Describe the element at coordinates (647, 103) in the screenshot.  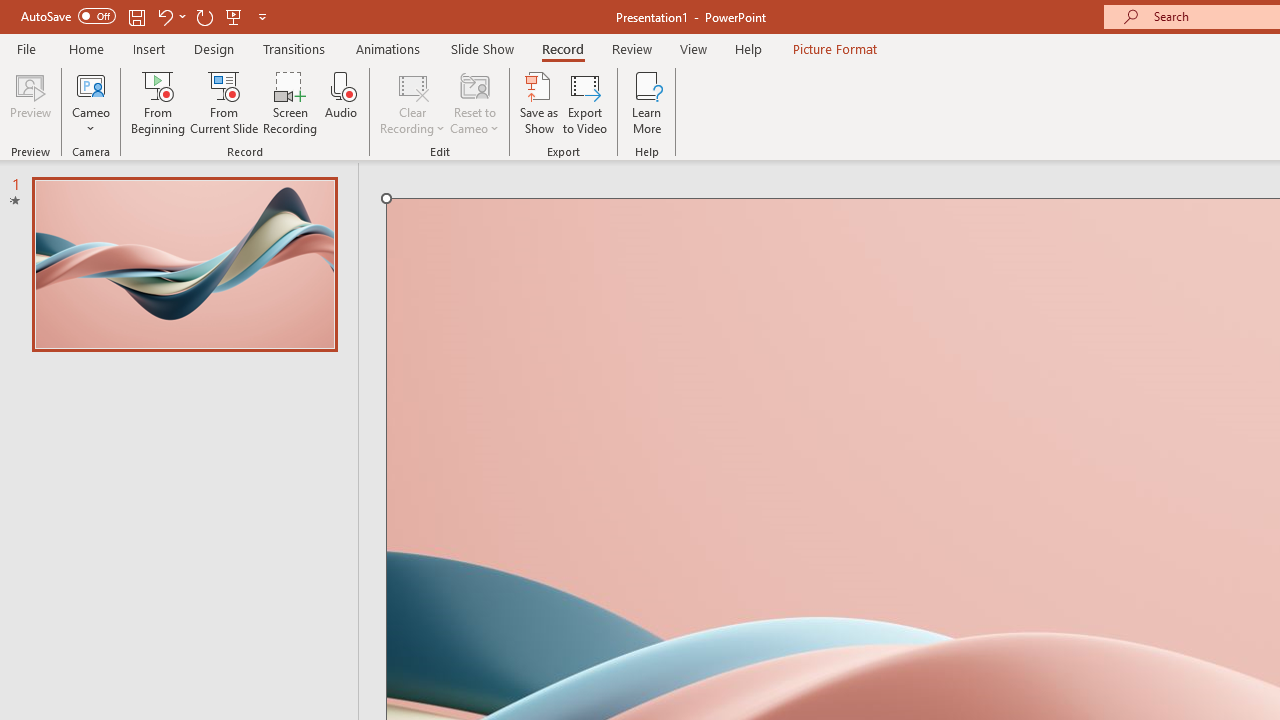
I see `'Learn More'` at that location.